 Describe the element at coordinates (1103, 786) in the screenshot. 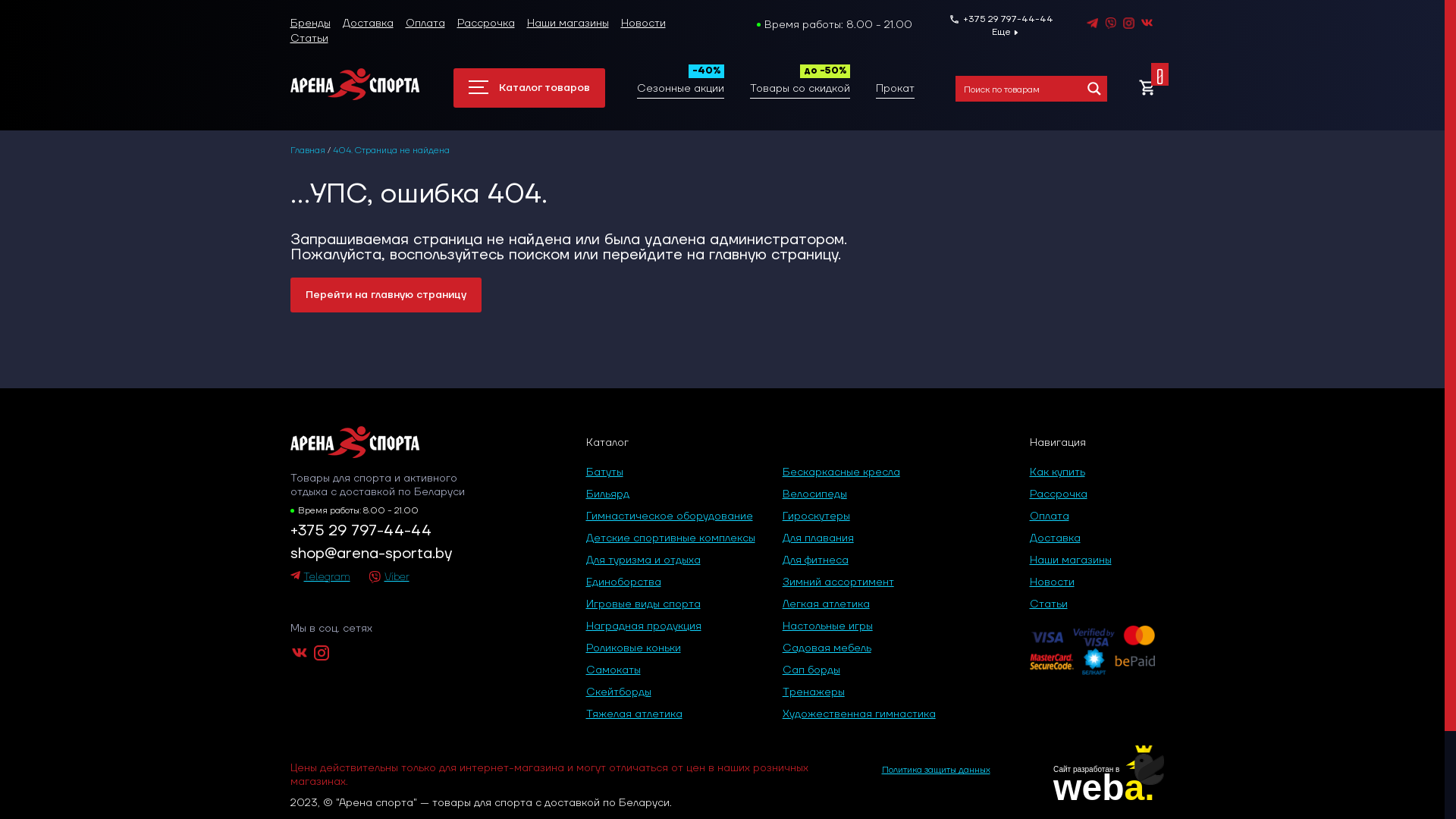

I see `'weba.'` at that location.